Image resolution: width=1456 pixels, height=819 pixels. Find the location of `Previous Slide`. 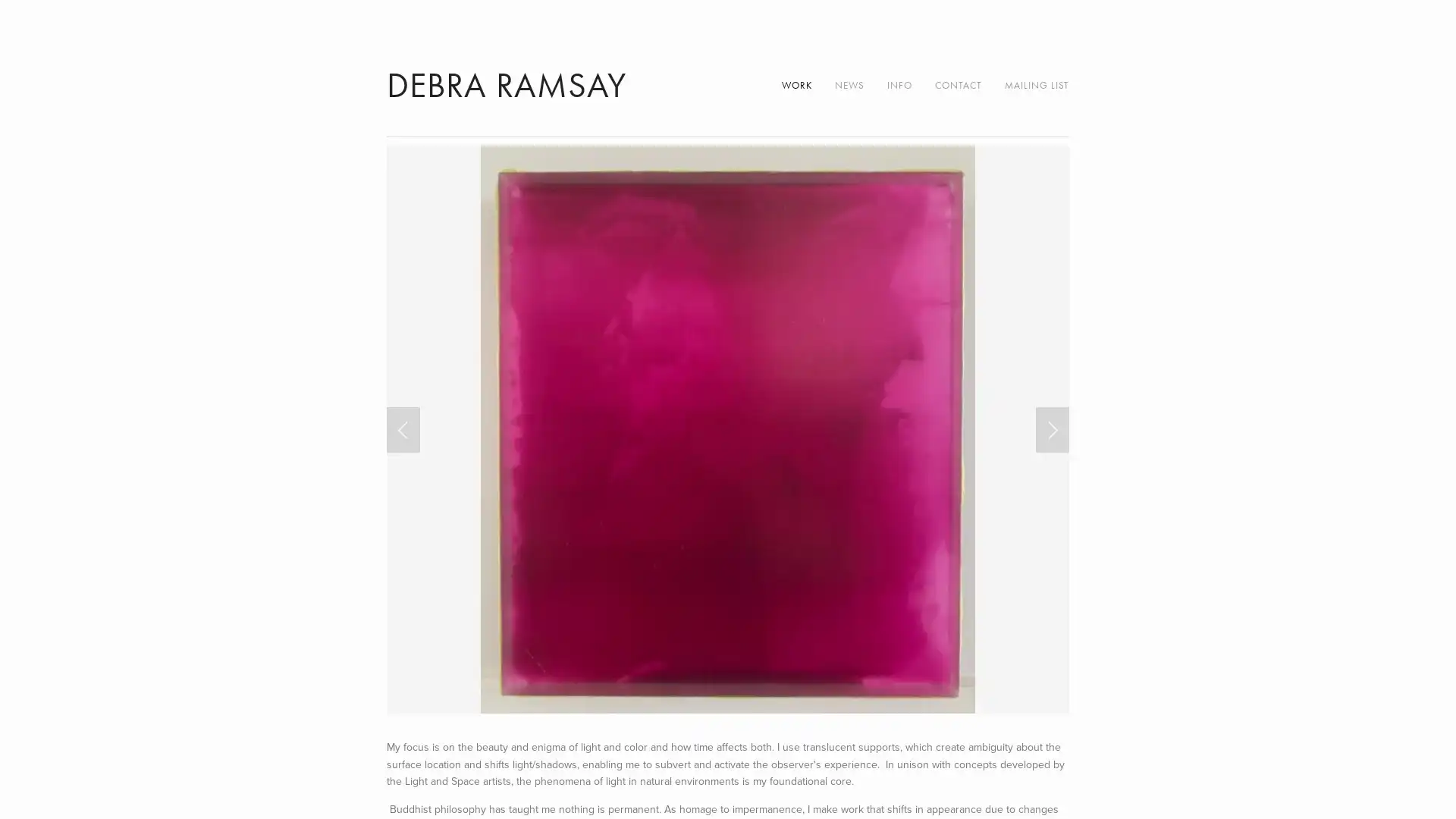

Previous Slide is located at coordinates (403, 429).